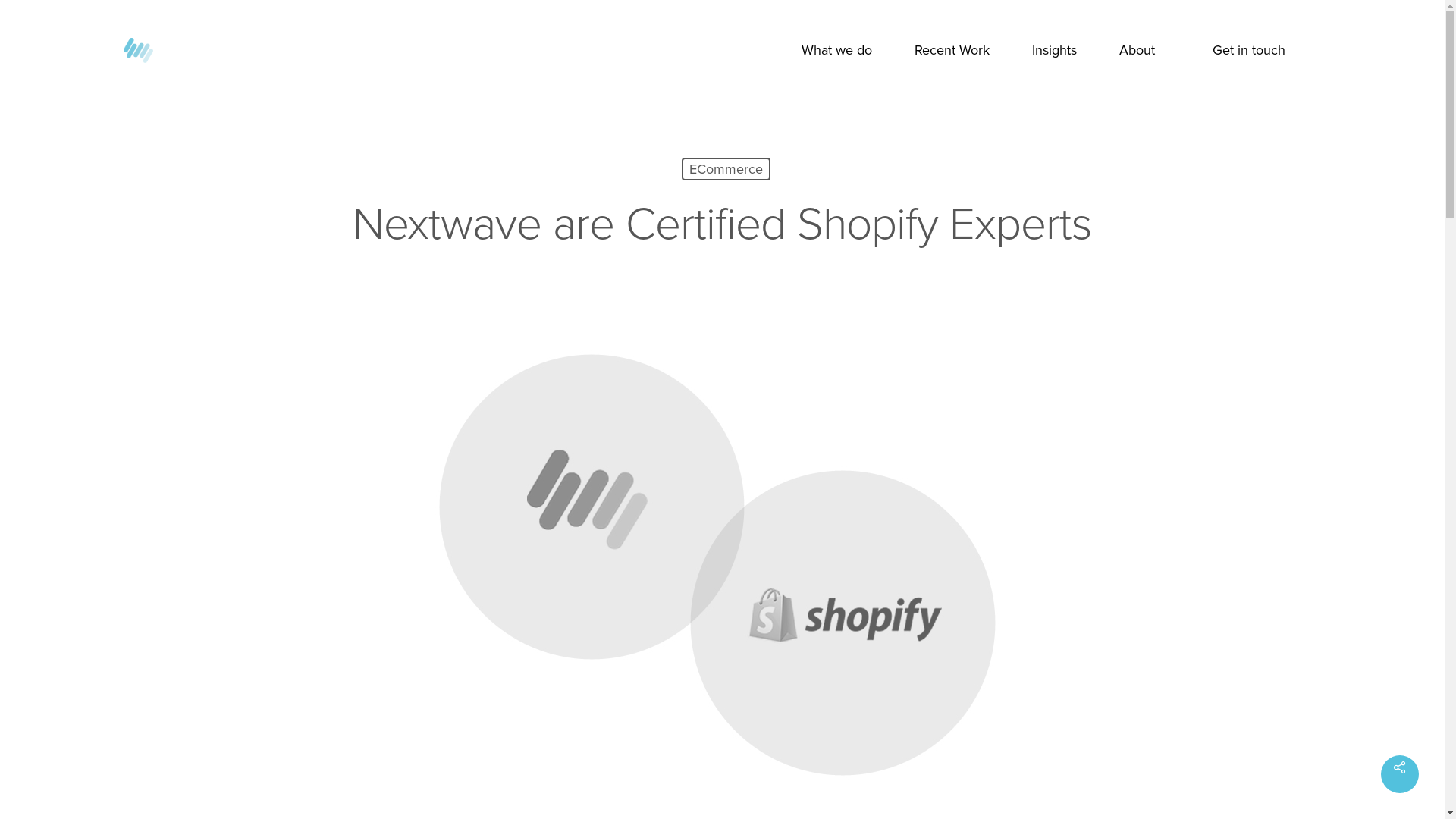 Image resolution: width=1456 pixels, height=819 pixels. Describe the element at coordinates (1248, 49) in the screenshot. I see `'Get in touch'` at that location.